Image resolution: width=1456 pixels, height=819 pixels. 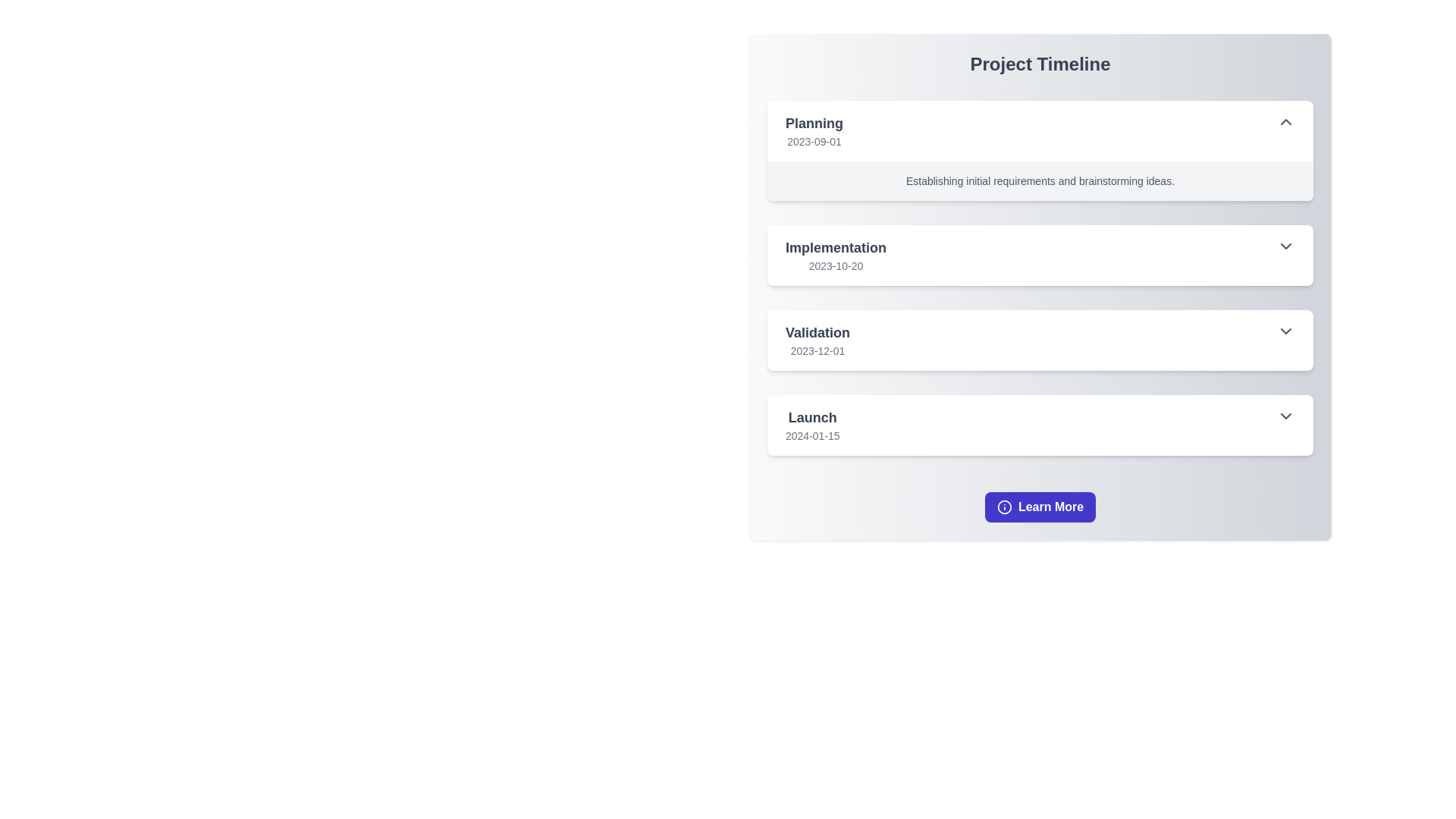 What do you see at coordinates (835, 254) in the screenshot?
I see `the textual label displaying 'Implementation' with the date '2023-10-20', located in the second card under 'Project Timeline'` at bounding box center [835, 254].